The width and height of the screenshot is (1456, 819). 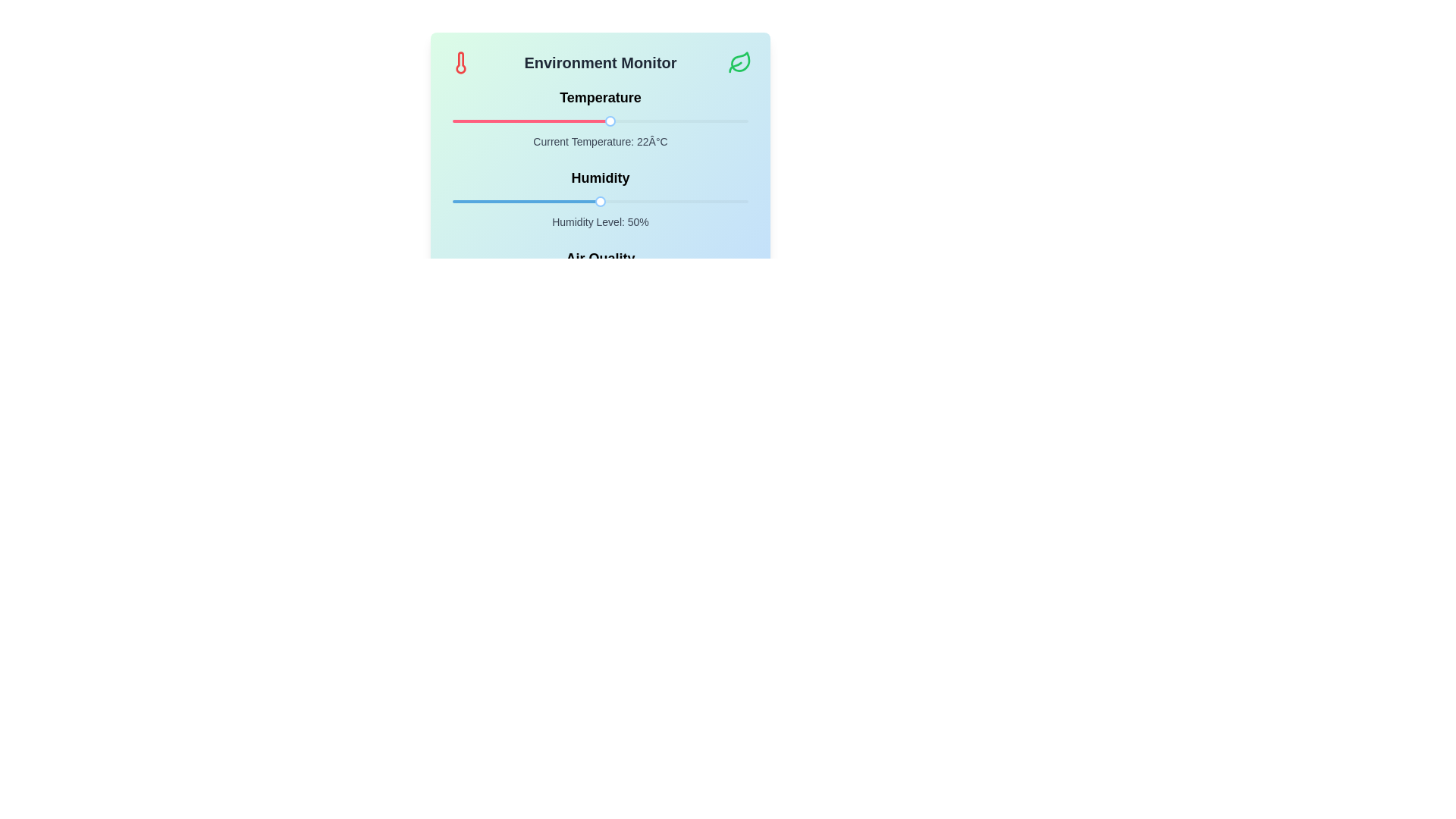 I want to click on slider value, so click(x=563, y=201).